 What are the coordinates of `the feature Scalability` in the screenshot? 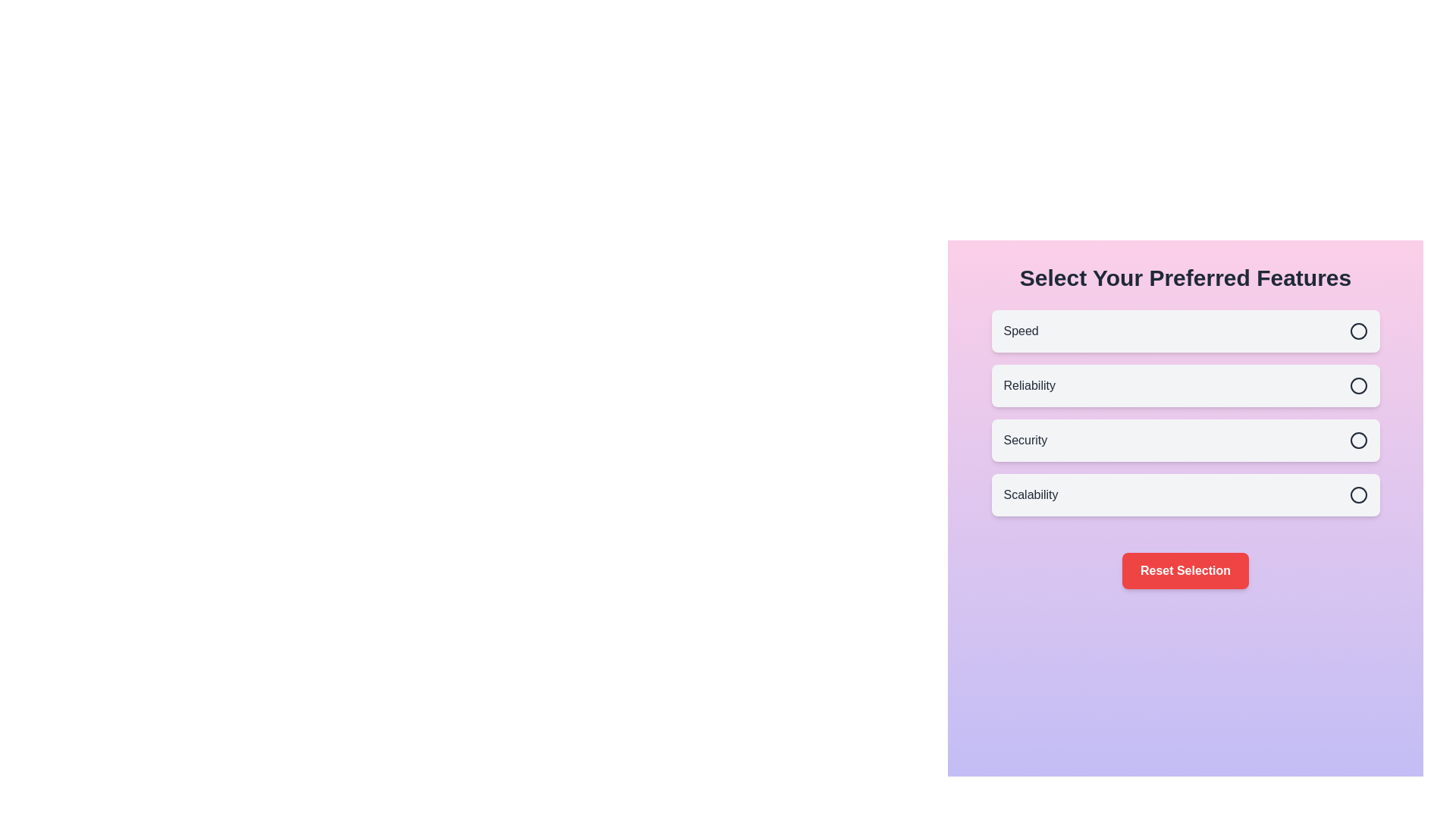 It's located at (1185, 494).